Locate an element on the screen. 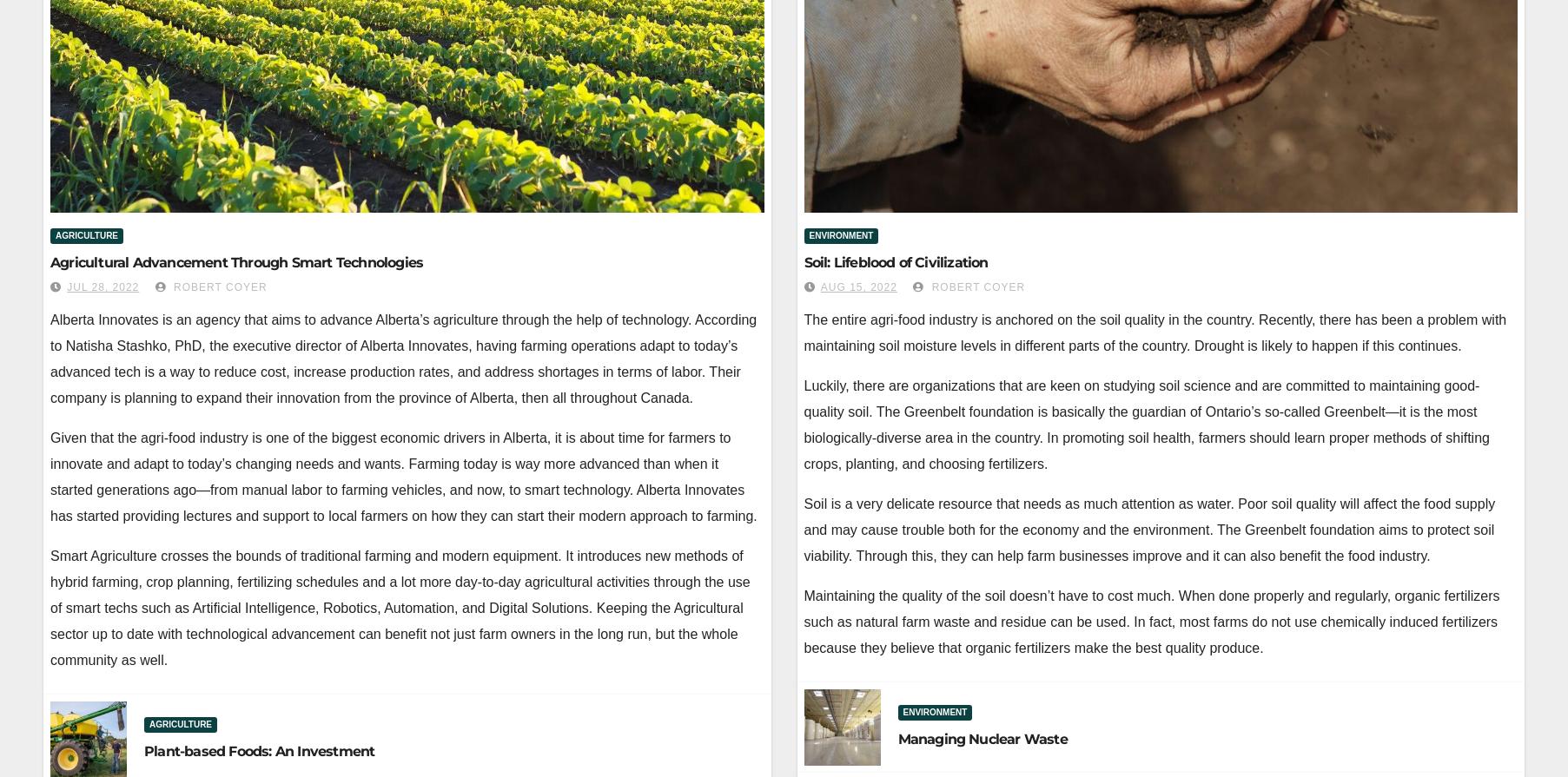  'Jul 28, 2022' is located at coordinates (103, 286).